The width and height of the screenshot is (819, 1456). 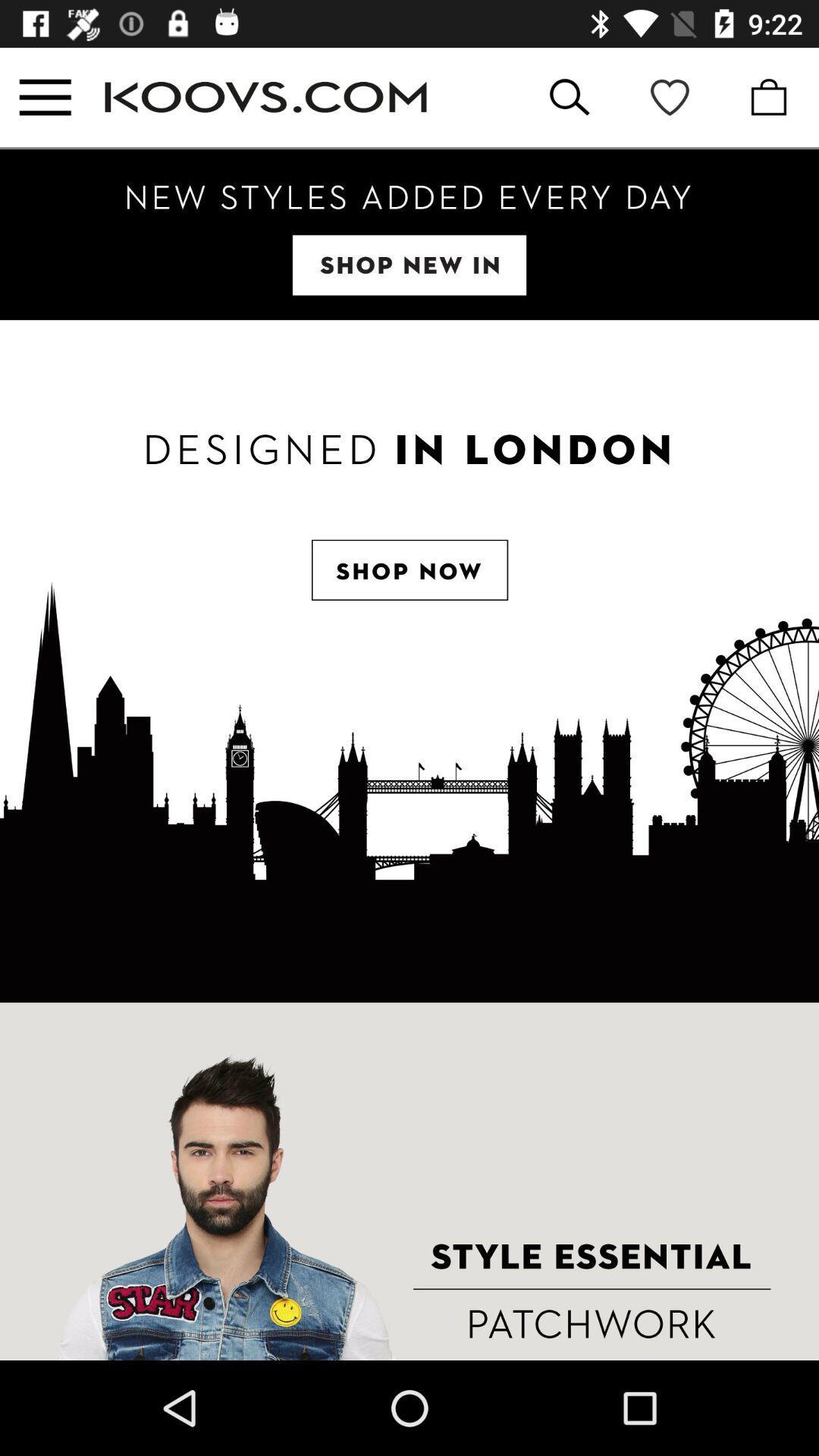 What do you see at coordinates (409, 661) in the screenshot?
I see `open shop` at bounding box center [409, 661].